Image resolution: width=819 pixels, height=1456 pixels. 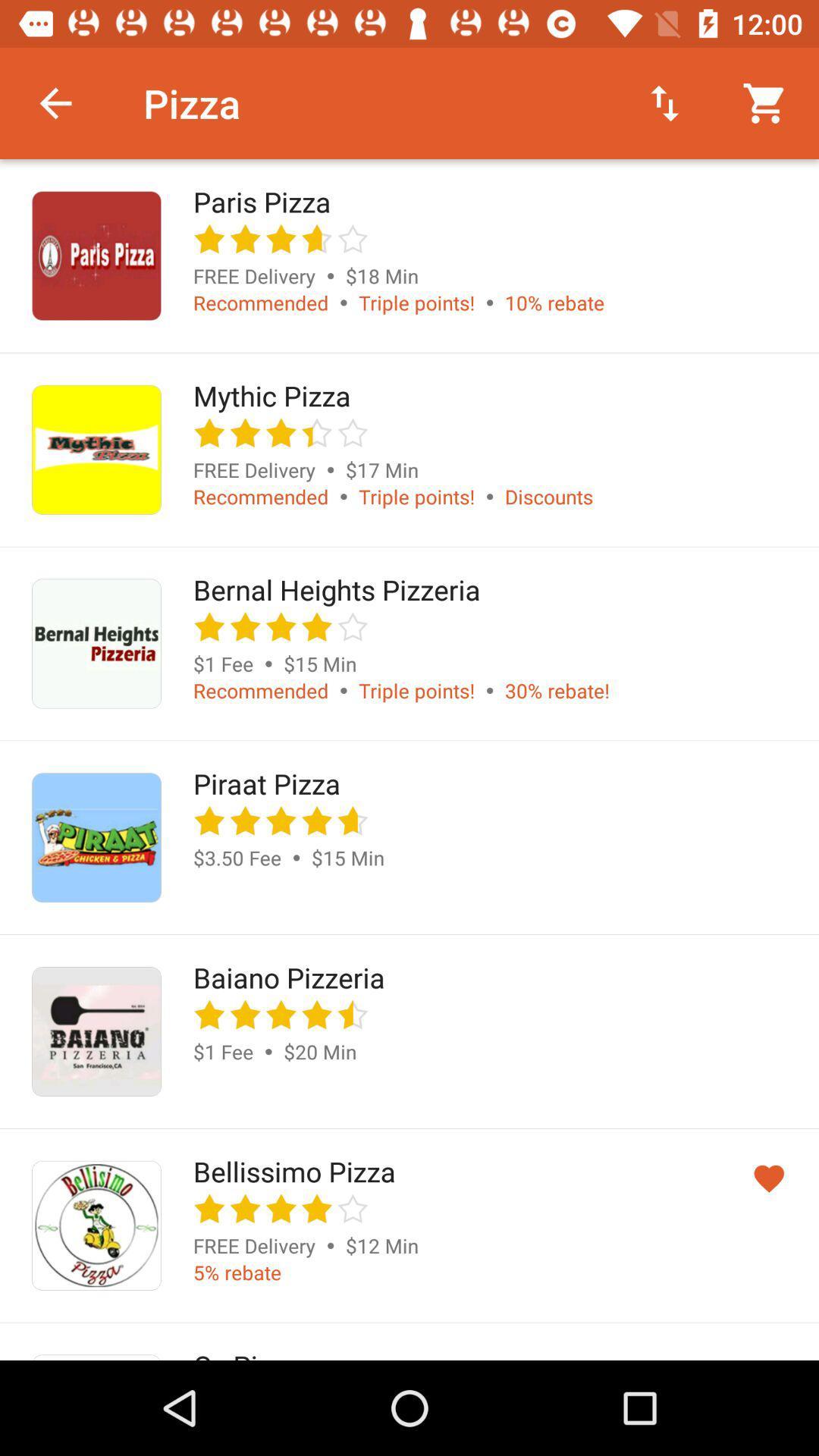 I want to click on the icon to the left of the pizza, so click(x=55, y=102).